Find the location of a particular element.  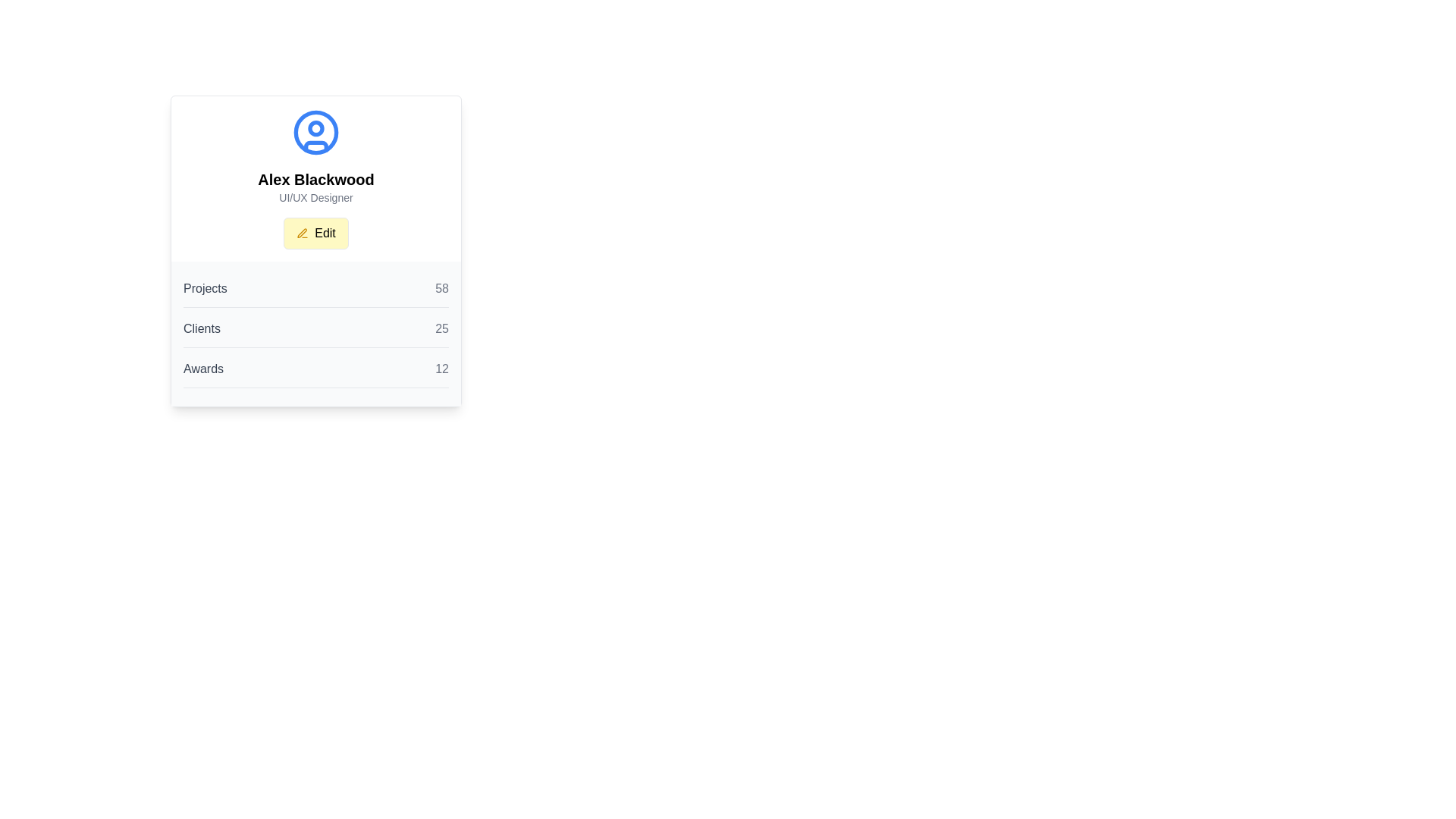

the decorative circle element of the user profile icon, which is centrally located within the blue circular outline of the head section is located at coordinates (315, 127).